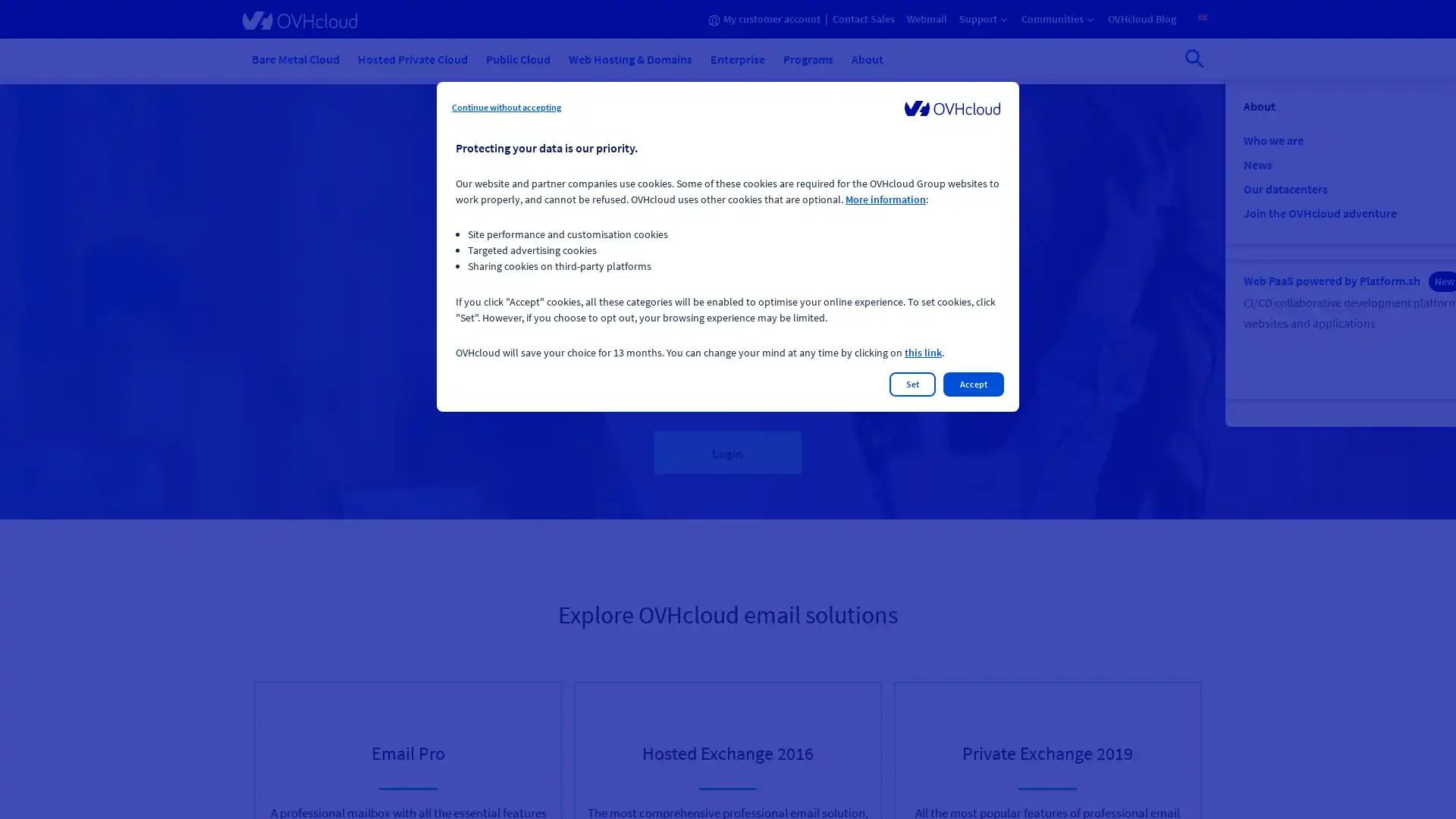 The width and height of the screenshot is (1456, 819). I want to click on Accept, so click(973, 383).